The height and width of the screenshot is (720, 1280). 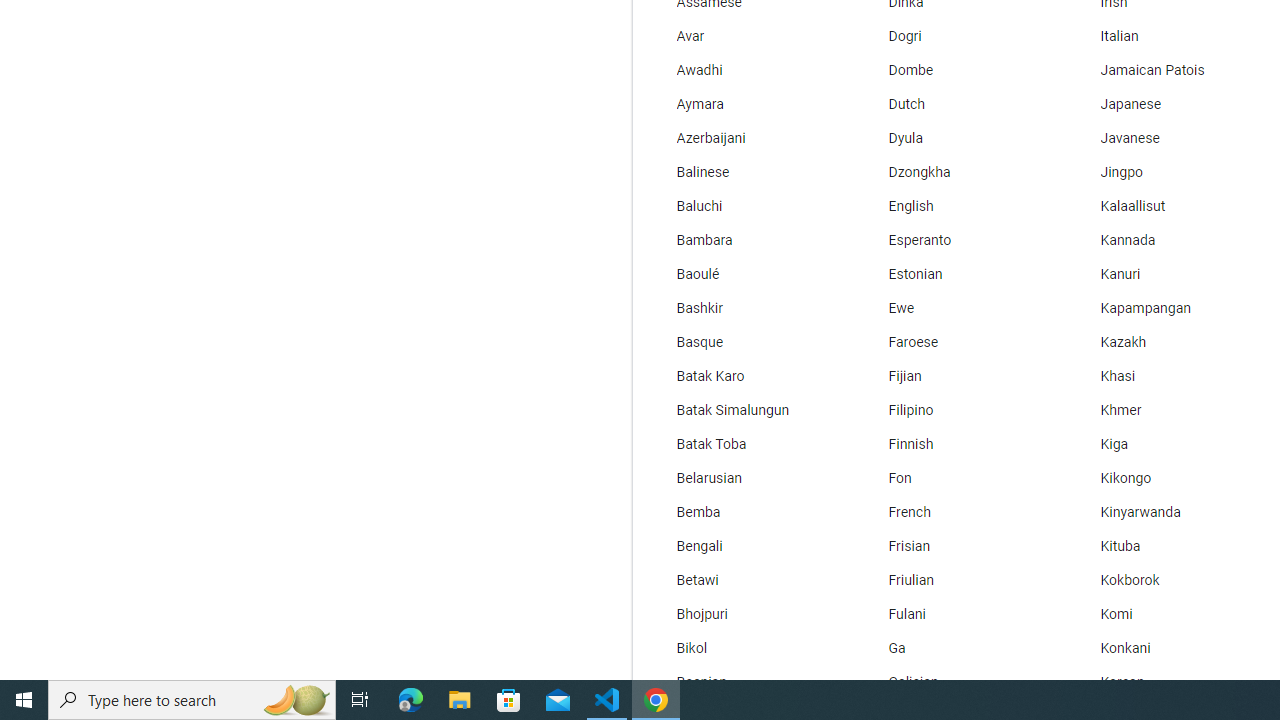 I want to click on 'Dutch', so click(x=956, y=105).